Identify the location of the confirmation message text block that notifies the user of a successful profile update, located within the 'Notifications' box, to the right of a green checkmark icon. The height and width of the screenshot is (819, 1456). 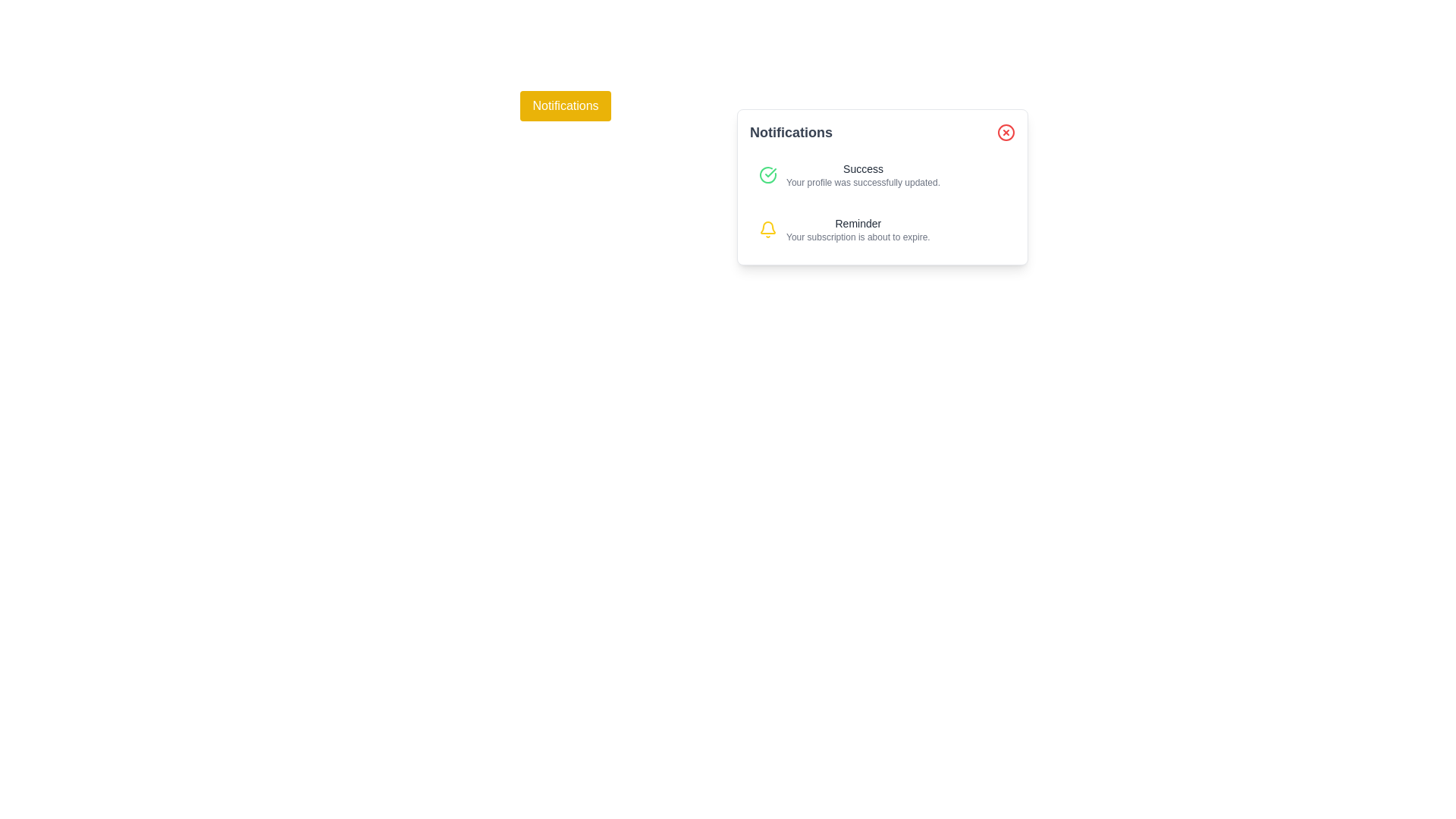
(863, 174).